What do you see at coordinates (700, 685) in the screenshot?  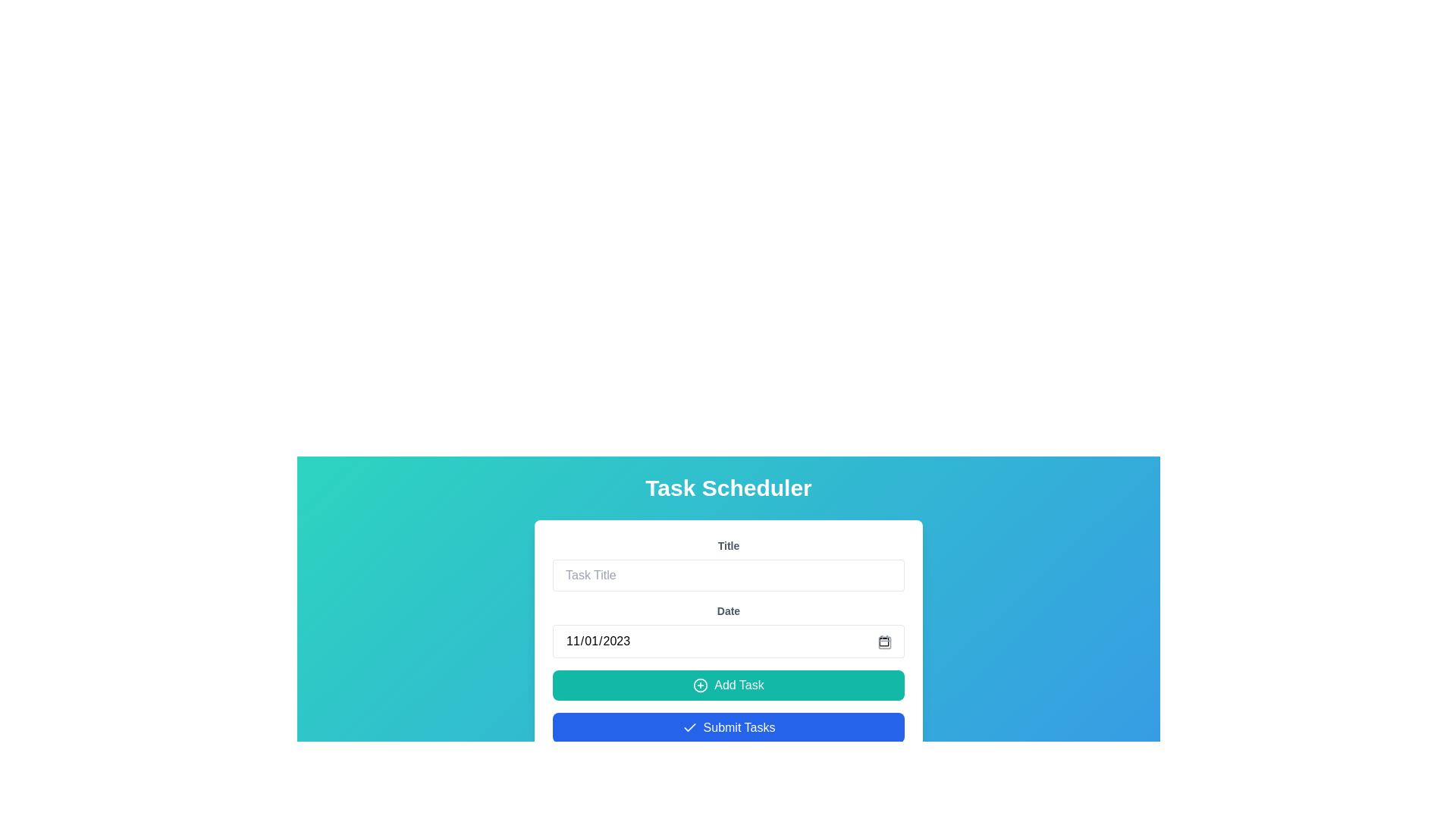 I see `the decorative icon within the 'Add Task' button, which visually indicates its function of adding a new task, located to the left of the button's text` at bounding box center [700, 685].